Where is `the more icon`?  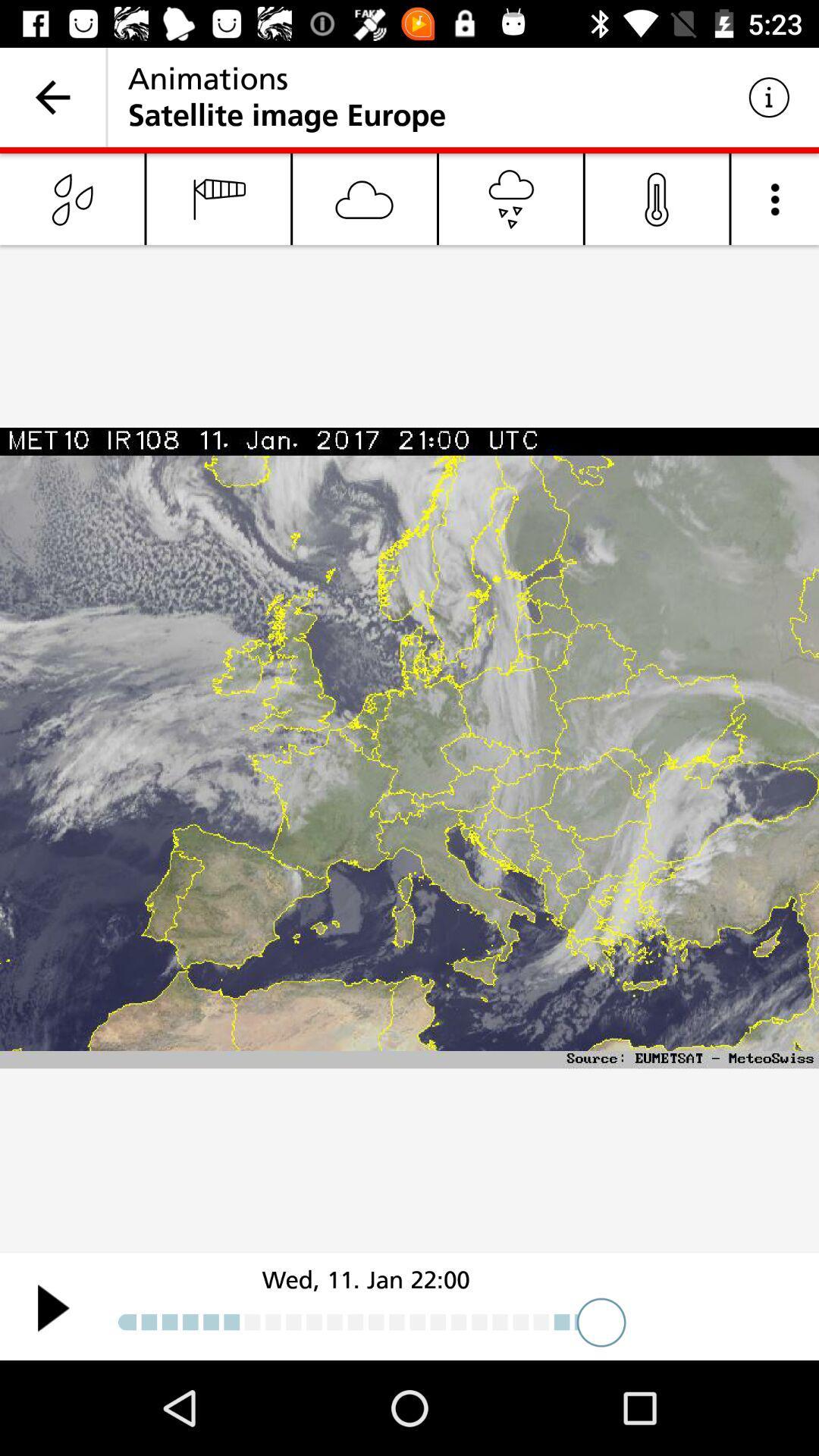
the more icon is located at coordinates (775, 198).